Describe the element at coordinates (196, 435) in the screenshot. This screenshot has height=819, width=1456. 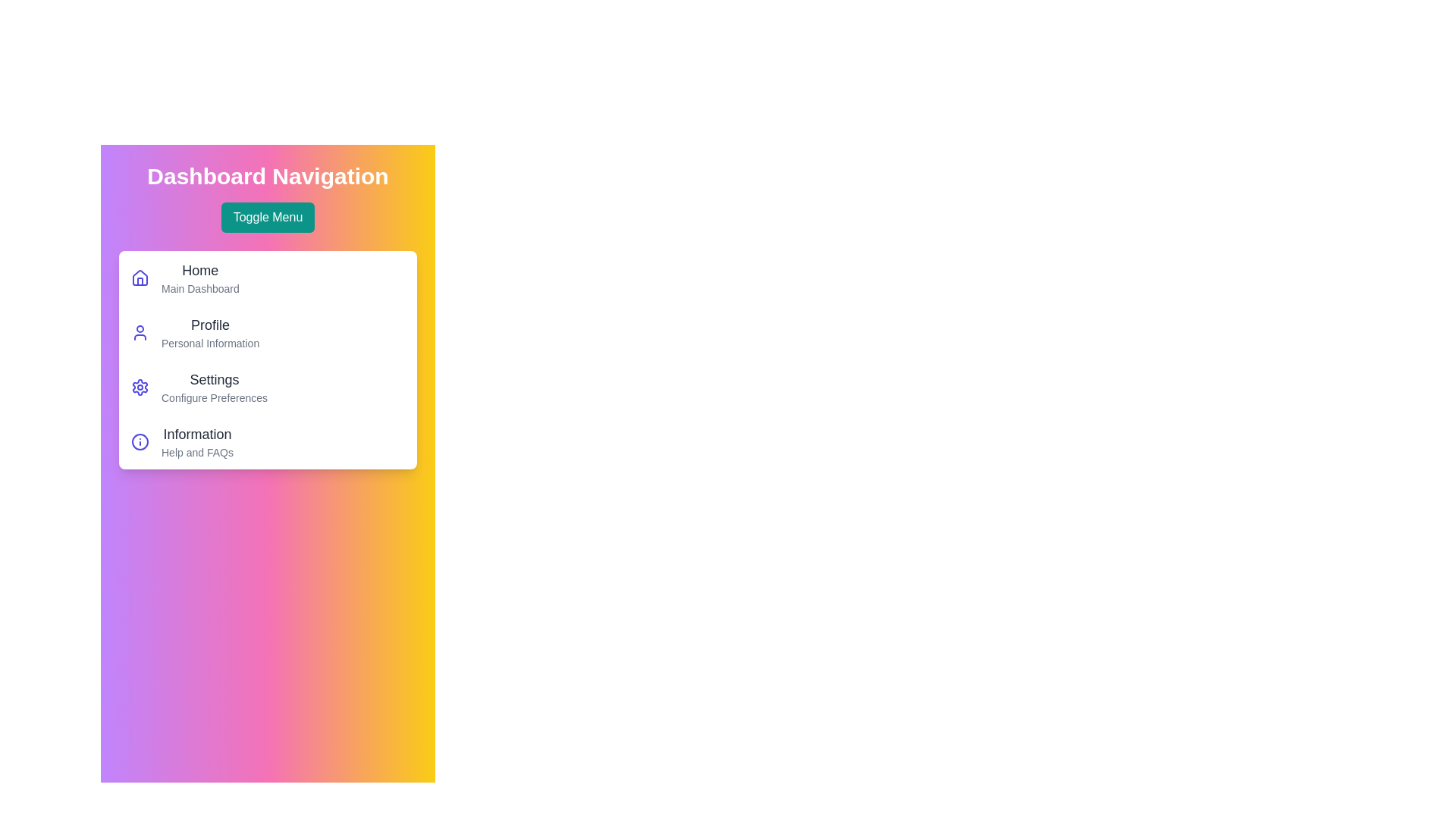
I see `the menu item labeled Information` at that location.